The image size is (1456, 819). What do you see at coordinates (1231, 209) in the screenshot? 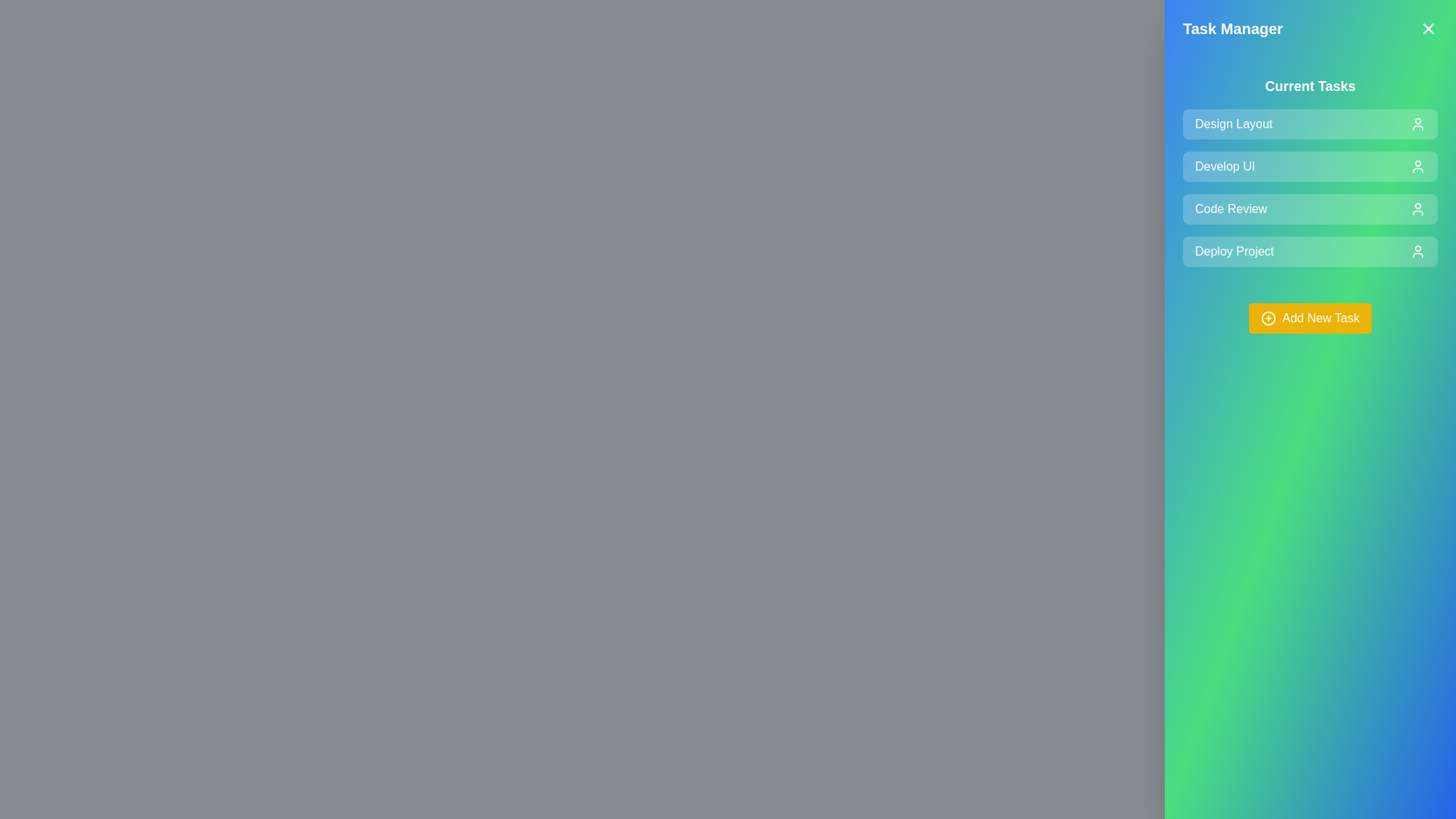
I see `the 'Code Review' text label in the Current Tasks list` at bounding box center [1231, 209].